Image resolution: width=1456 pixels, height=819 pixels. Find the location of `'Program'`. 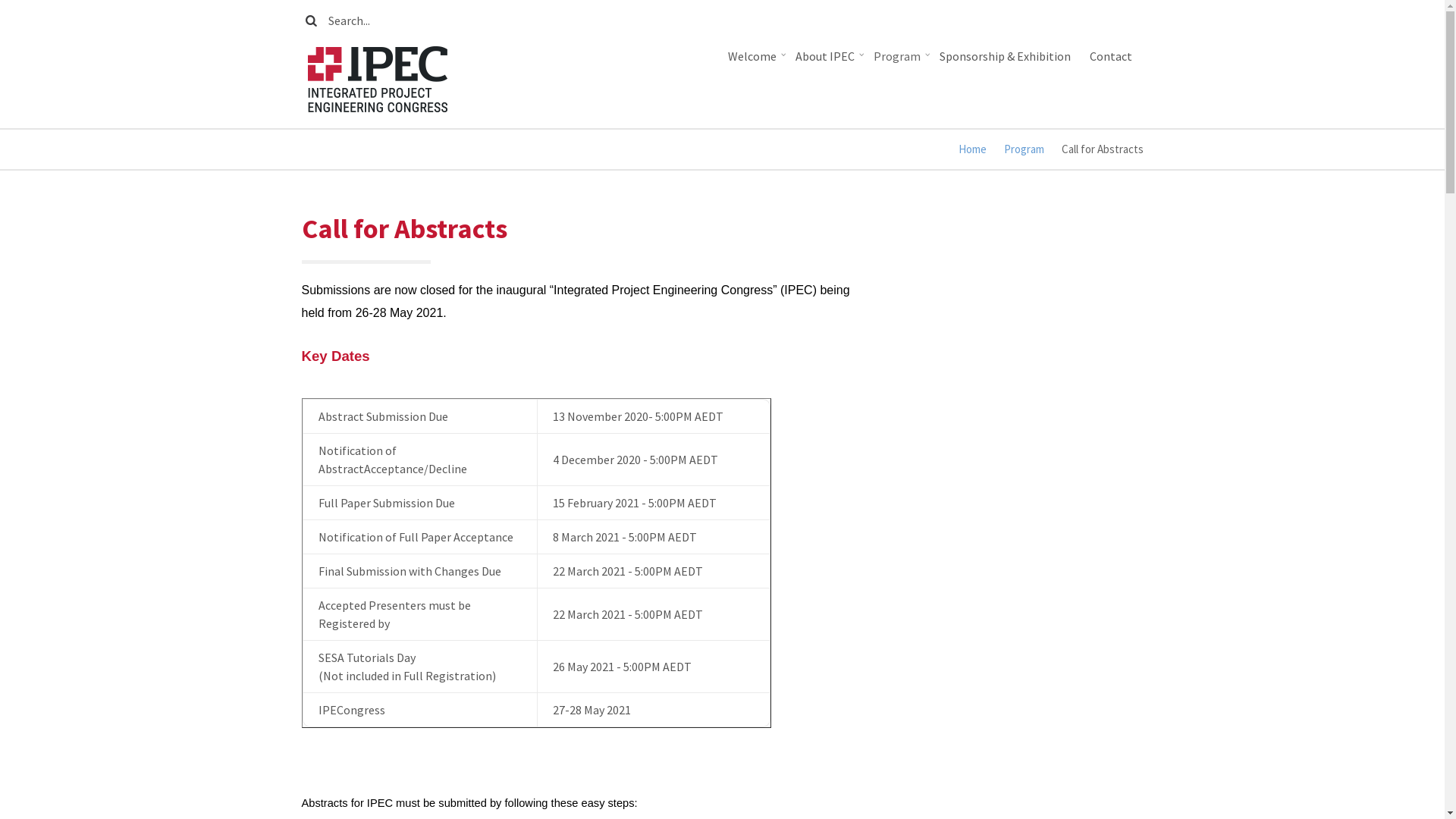

'Program' is located at coordinates (1004, 149).